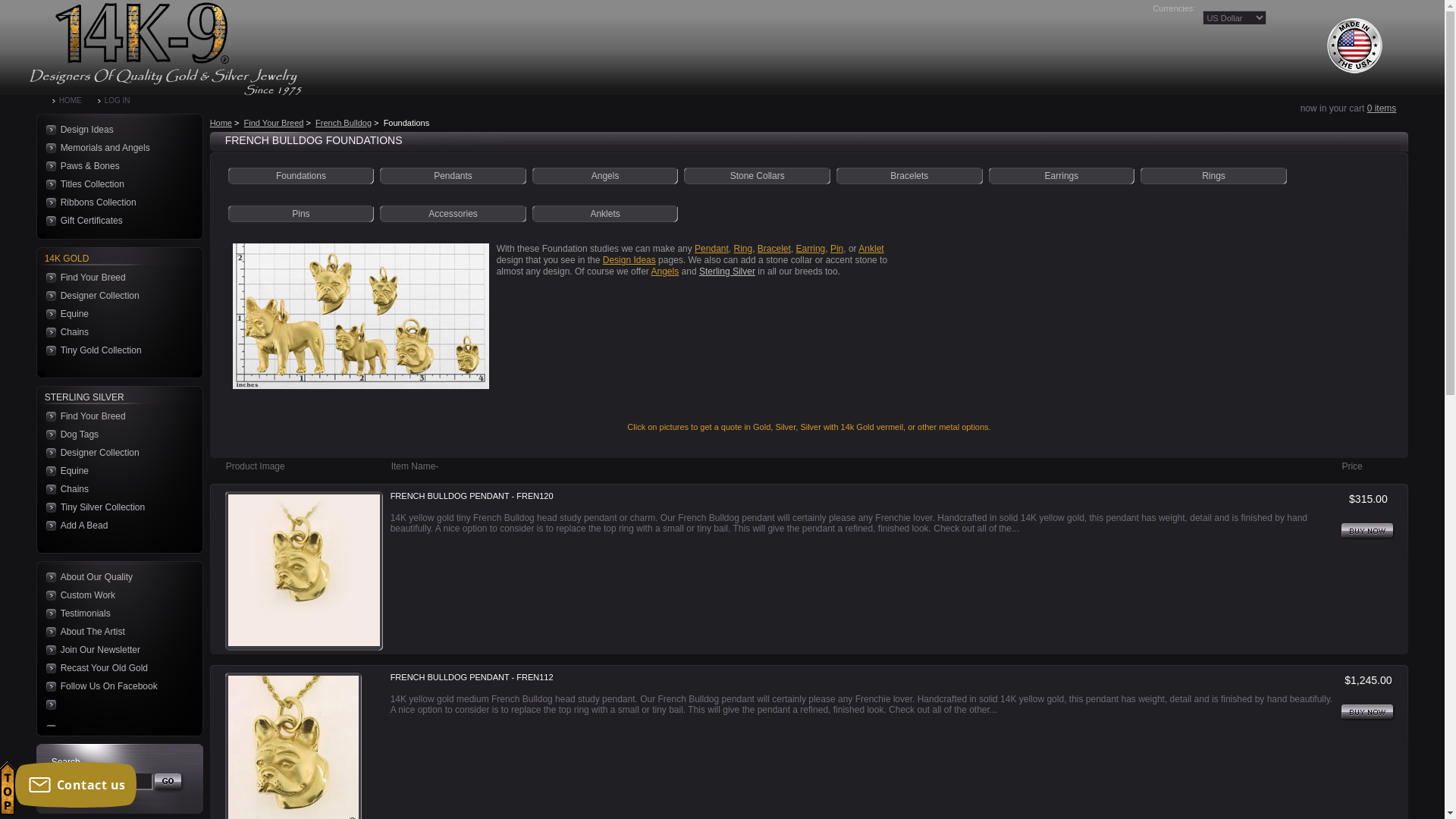 The image size is (1456, 819). What do you see at coordinates (115, 613) in the screenshot?
I see `'Testimonials'` at bounding box center [115, 613].